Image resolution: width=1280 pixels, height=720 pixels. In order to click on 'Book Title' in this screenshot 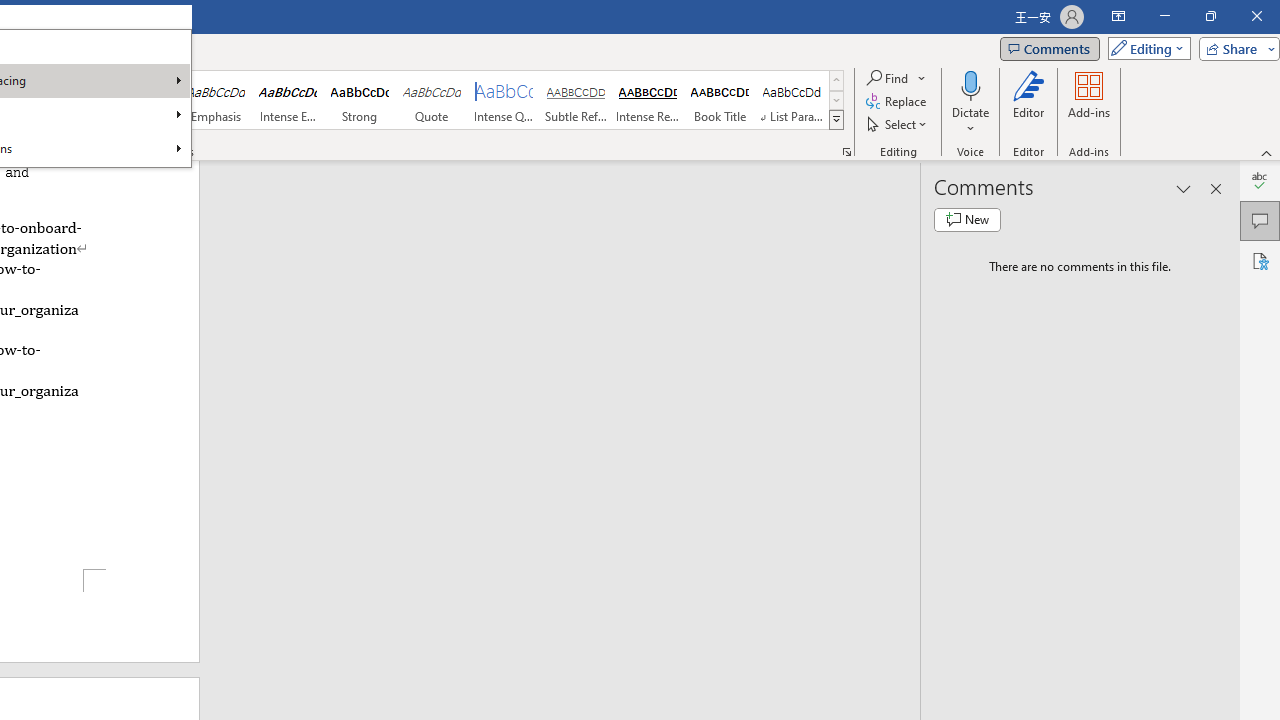, I will do `click(720, 100)`.